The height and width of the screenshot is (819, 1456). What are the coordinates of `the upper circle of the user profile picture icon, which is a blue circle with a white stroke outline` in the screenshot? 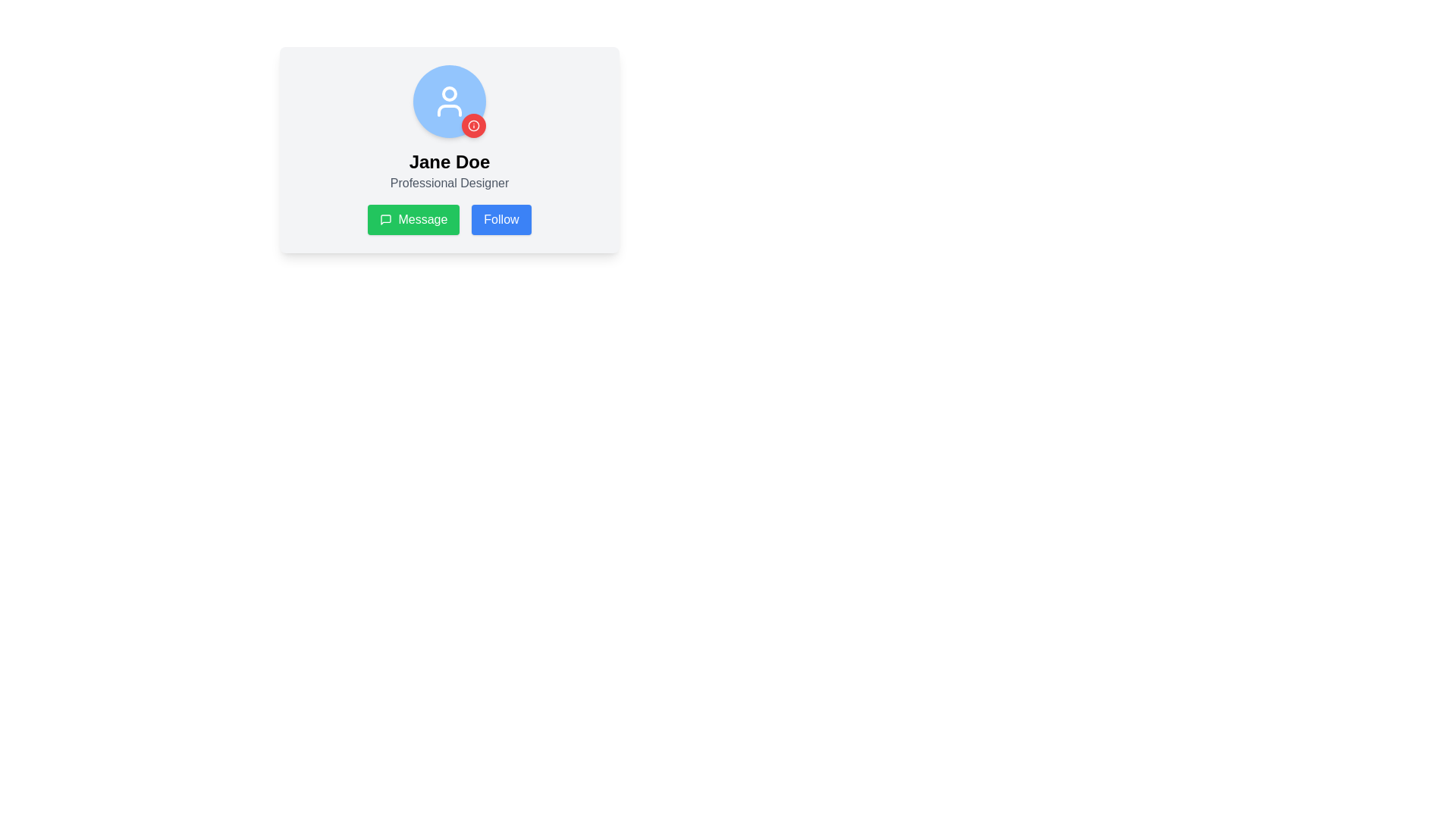 It's located at (449, 93).